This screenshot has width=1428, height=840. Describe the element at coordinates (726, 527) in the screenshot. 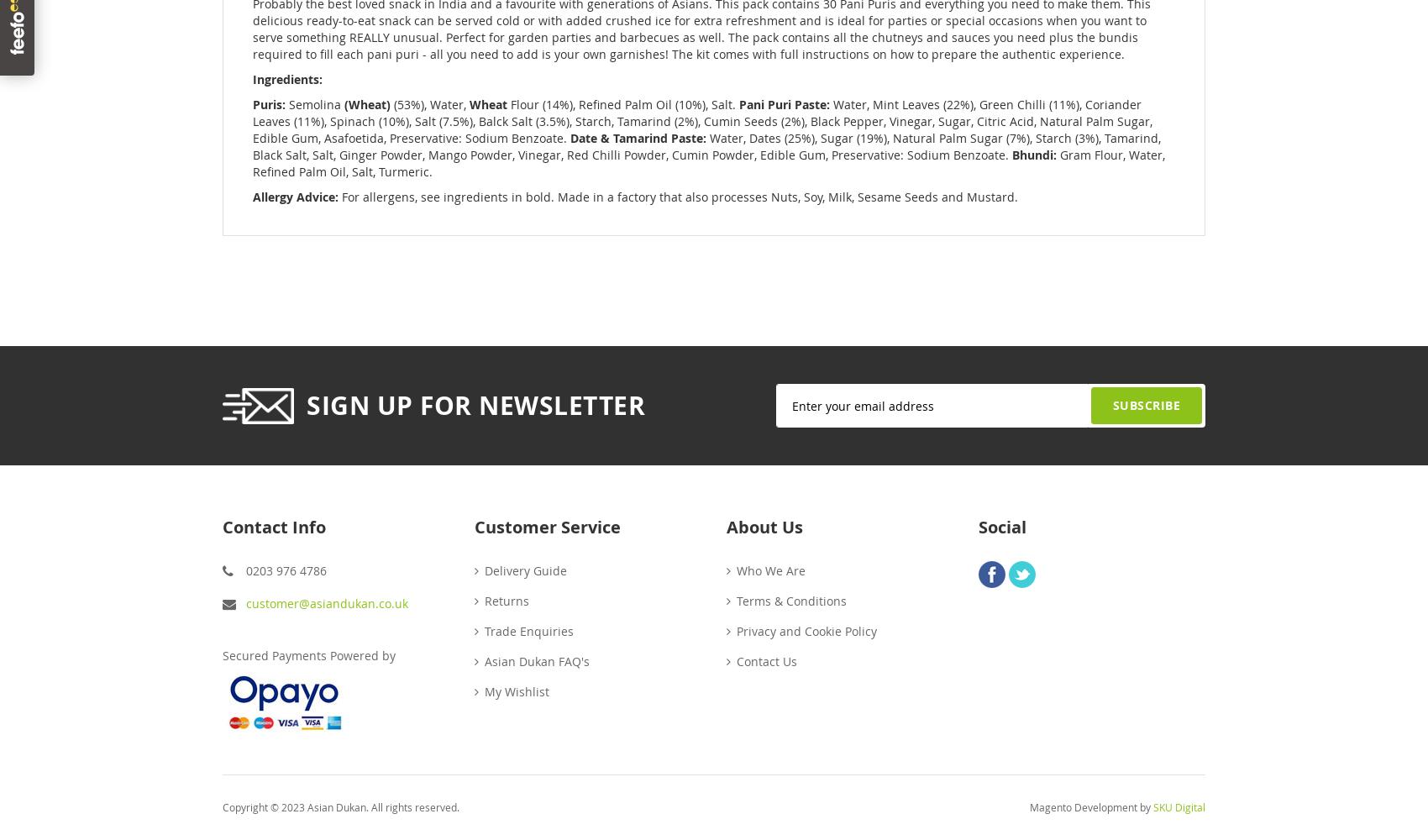

I see `'About Us'` at that location.